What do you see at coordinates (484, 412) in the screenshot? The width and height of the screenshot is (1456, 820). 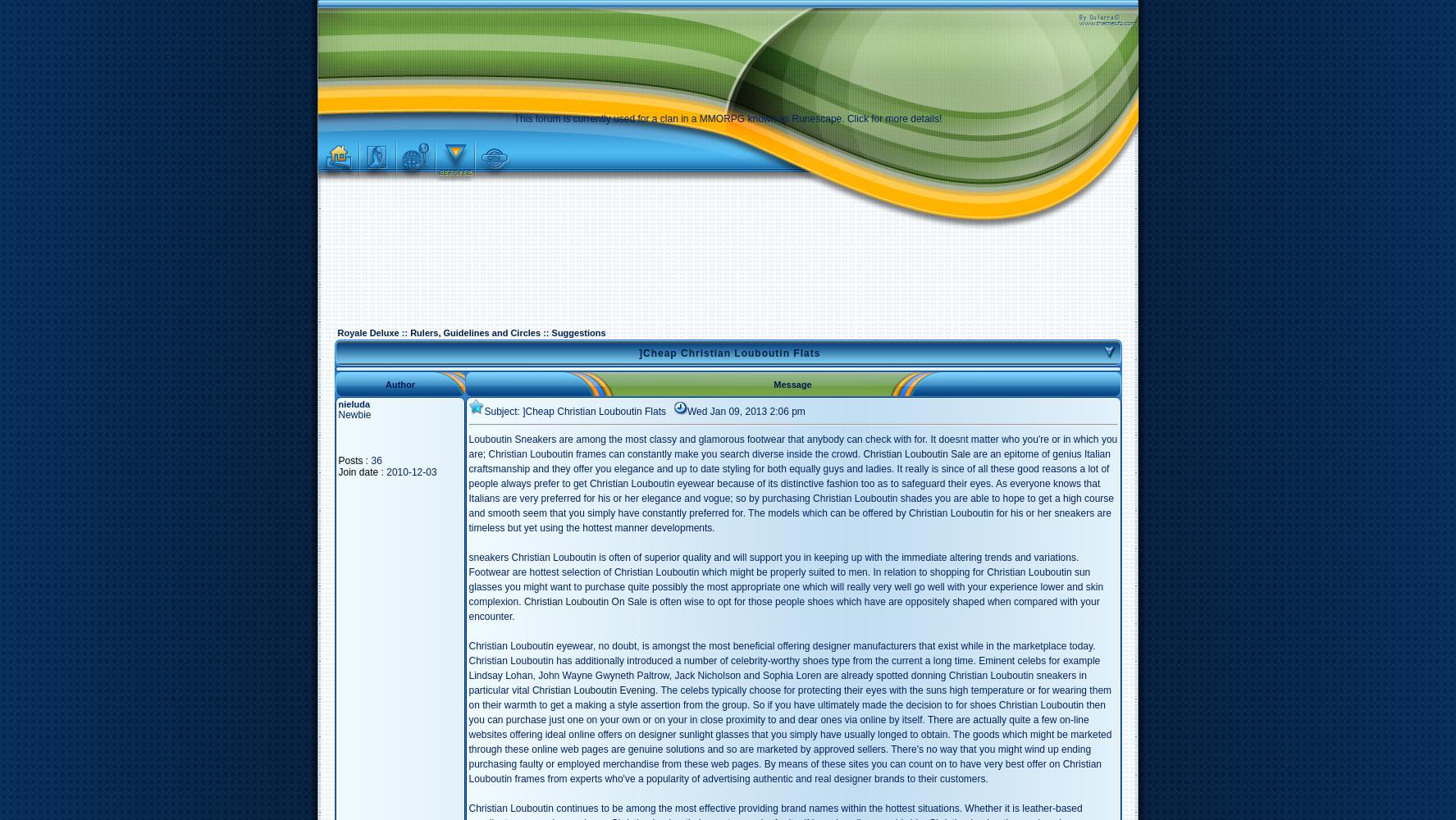 I see `'Subject: ]Cheap Christian Louboutin Flats'` at bounding box center [484, 412].